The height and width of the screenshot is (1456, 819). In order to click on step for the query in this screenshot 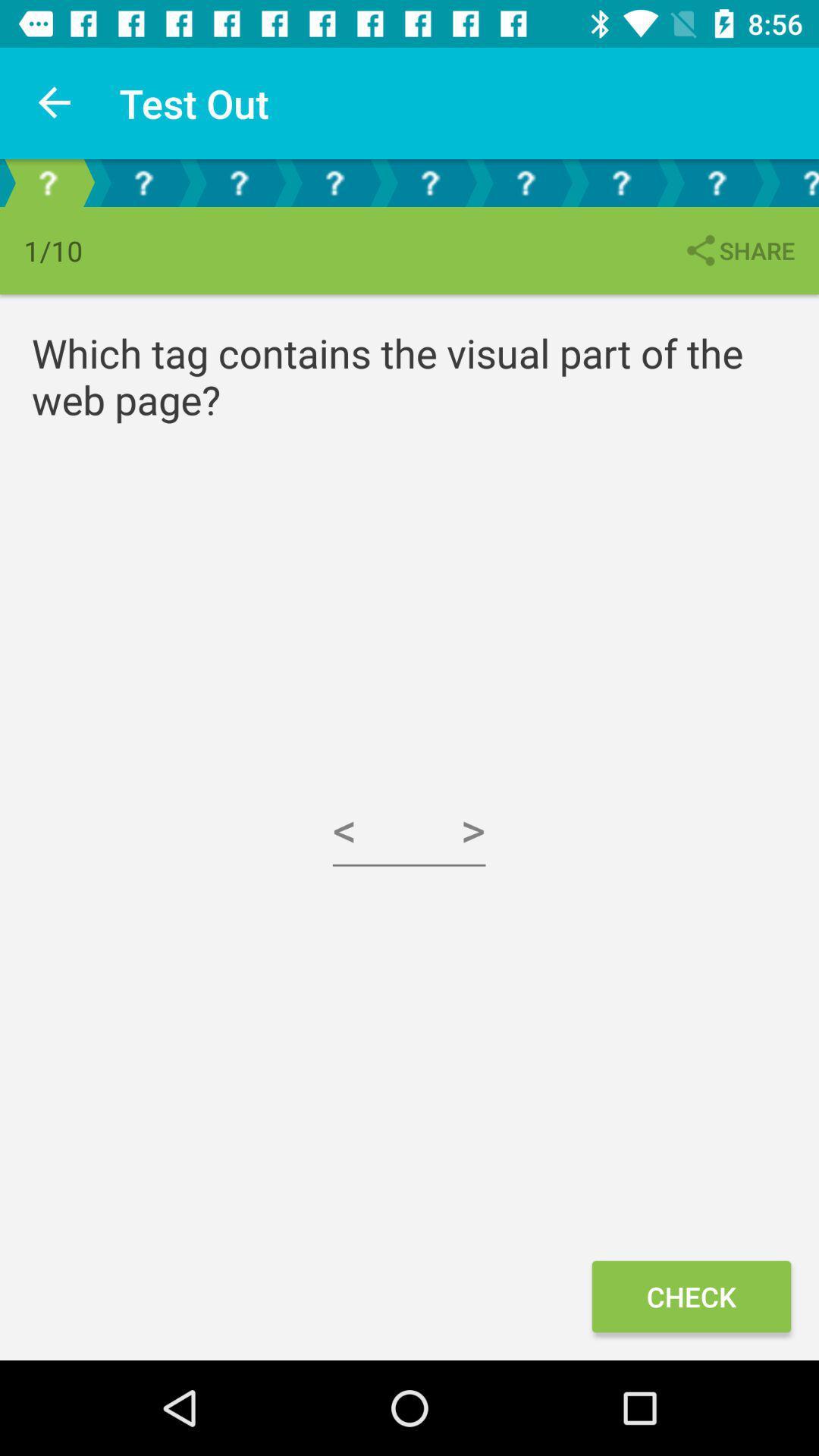, I will do `click(525, 182)`.